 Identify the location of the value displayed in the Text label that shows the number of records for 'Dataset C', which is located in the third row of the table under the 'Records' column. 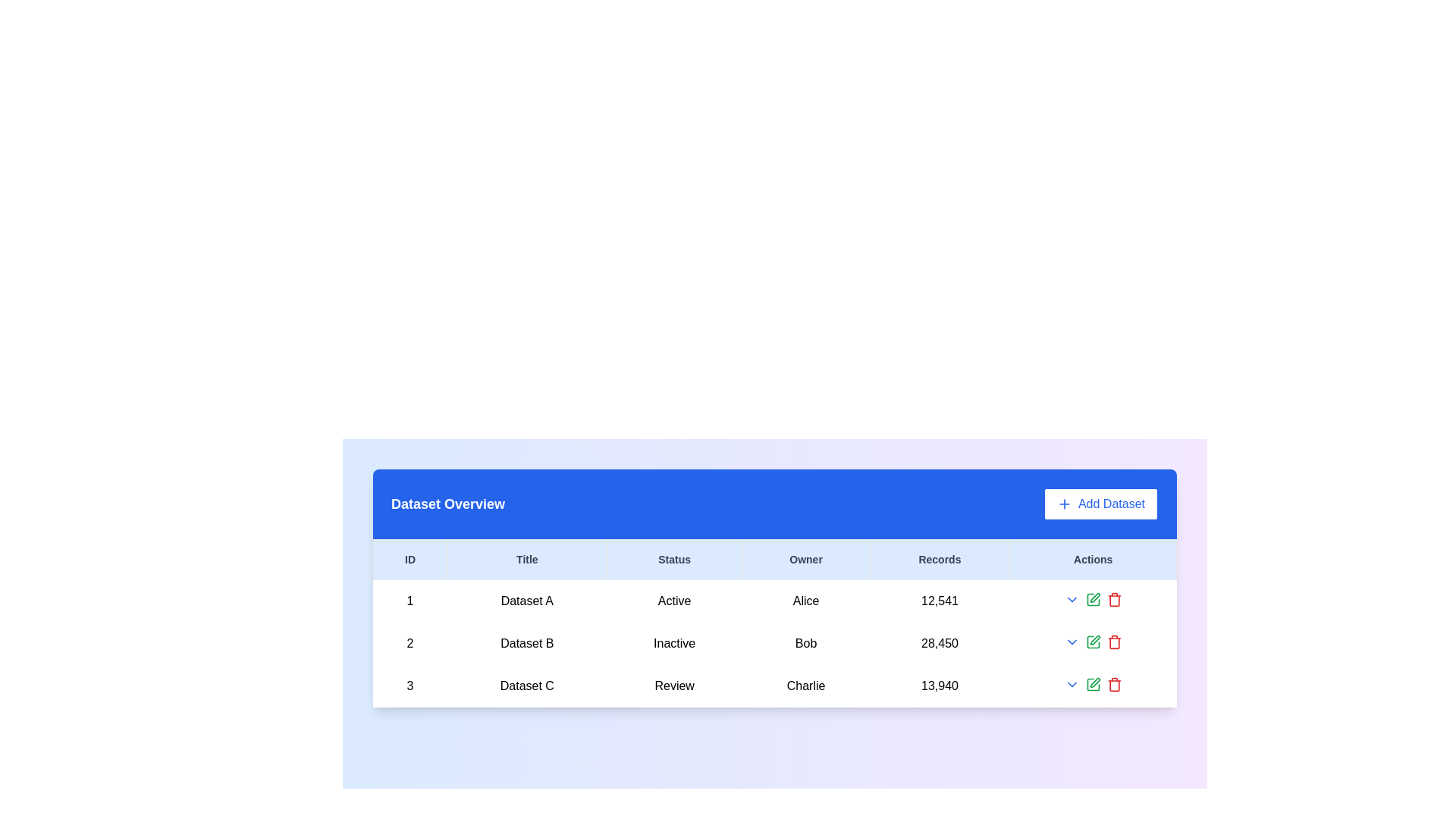
(939, 686).